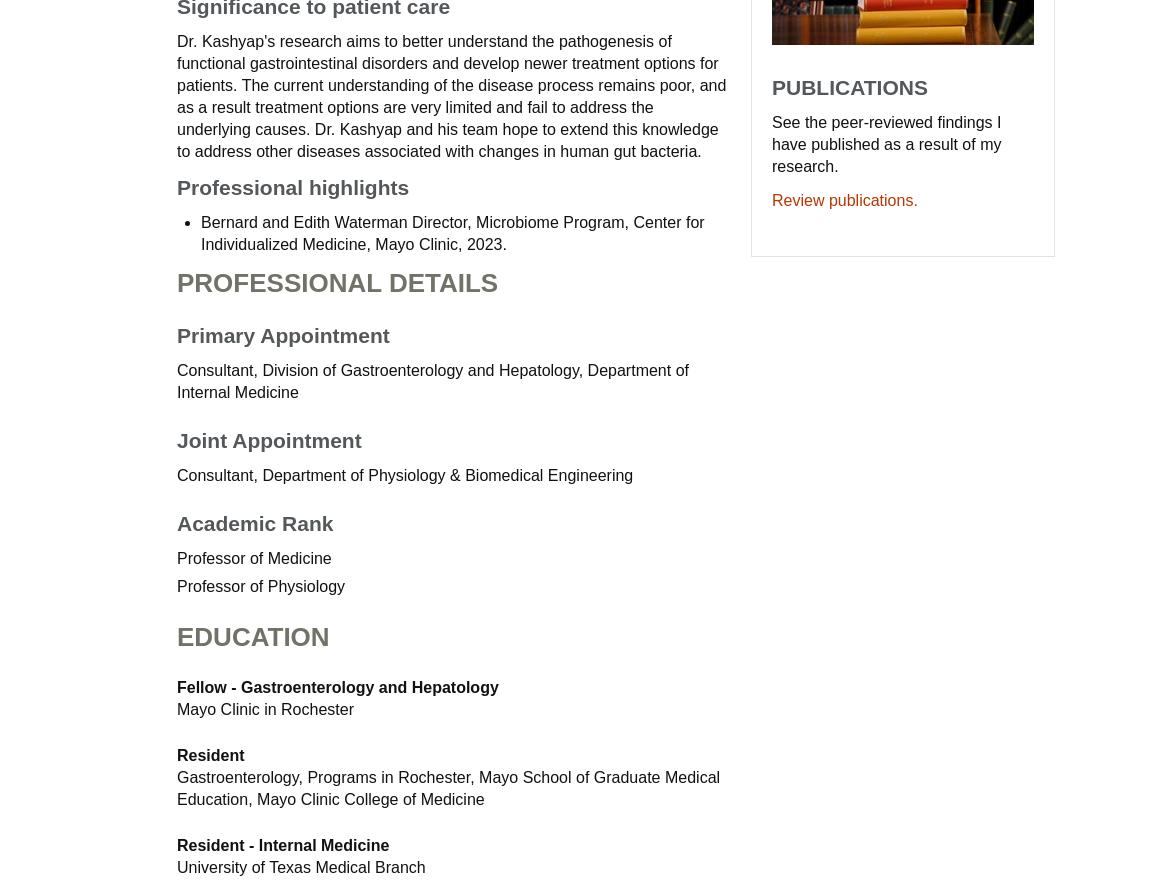 The height and width of the screenshot is (888, 1150). Describe the element at coordinates (253, 522) in the screenshot. I see `'Academic Rank'` at that location.